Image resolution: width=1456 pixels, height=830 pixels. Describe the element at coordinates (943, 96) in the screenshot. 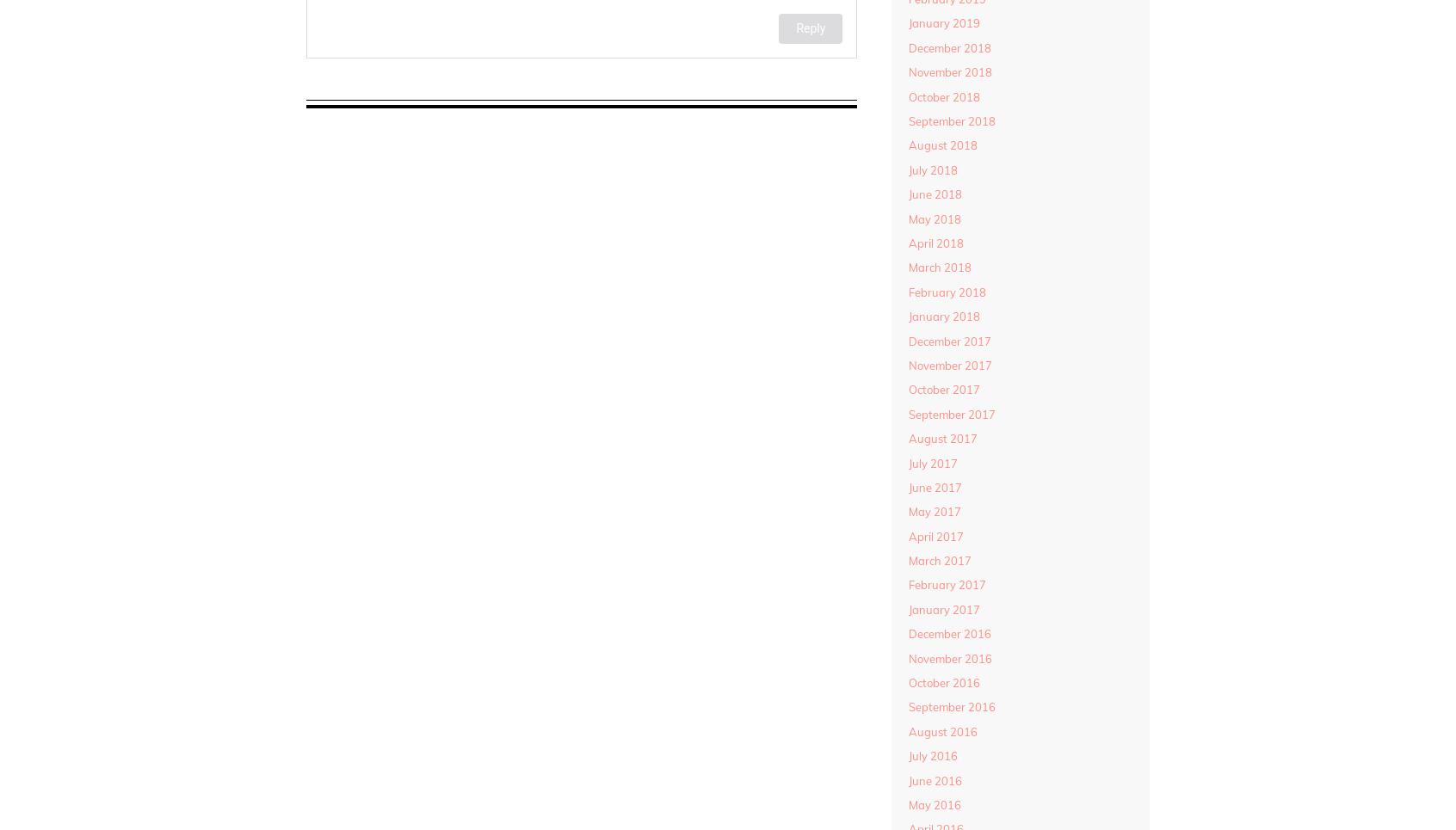

I see `'October 2018'` at that location.